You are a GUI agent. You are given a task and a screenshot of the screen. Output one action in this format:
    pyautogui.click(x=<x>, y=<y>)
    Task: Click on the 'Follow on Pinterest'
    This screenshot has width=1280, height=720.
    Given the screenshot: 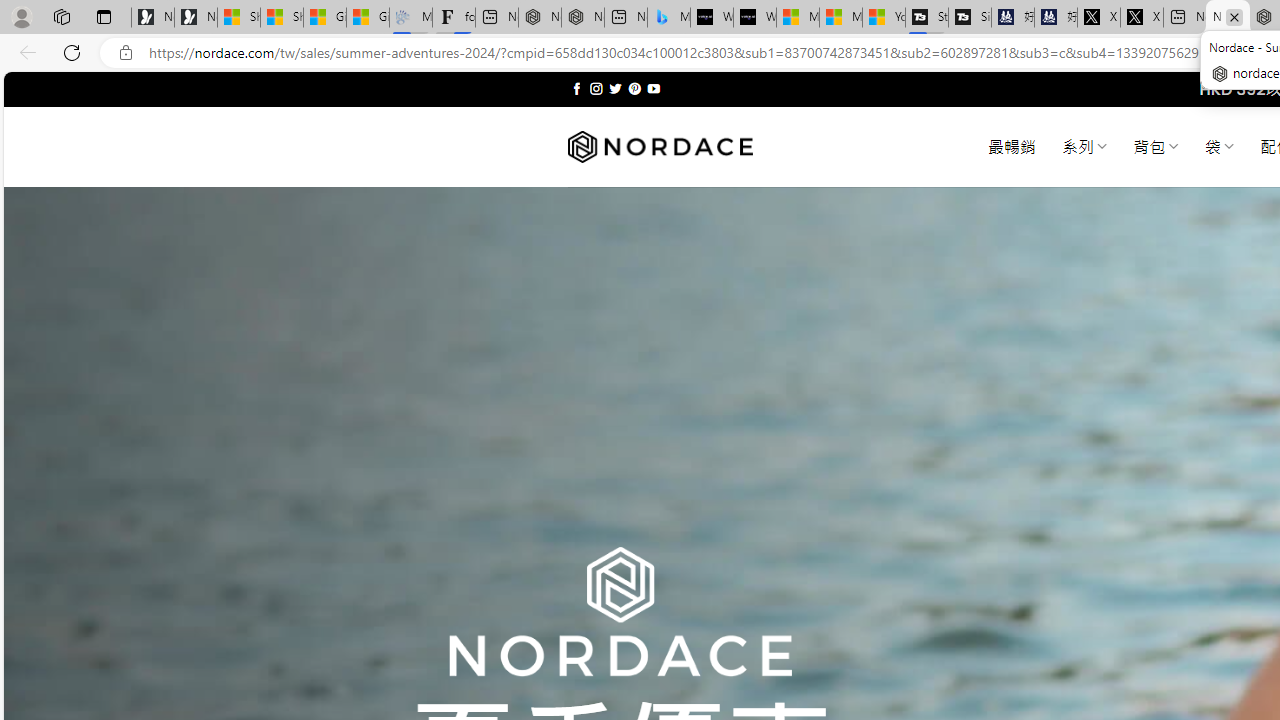 What is the action you would take?
    pyautogui.click(x=633, y=88)
    